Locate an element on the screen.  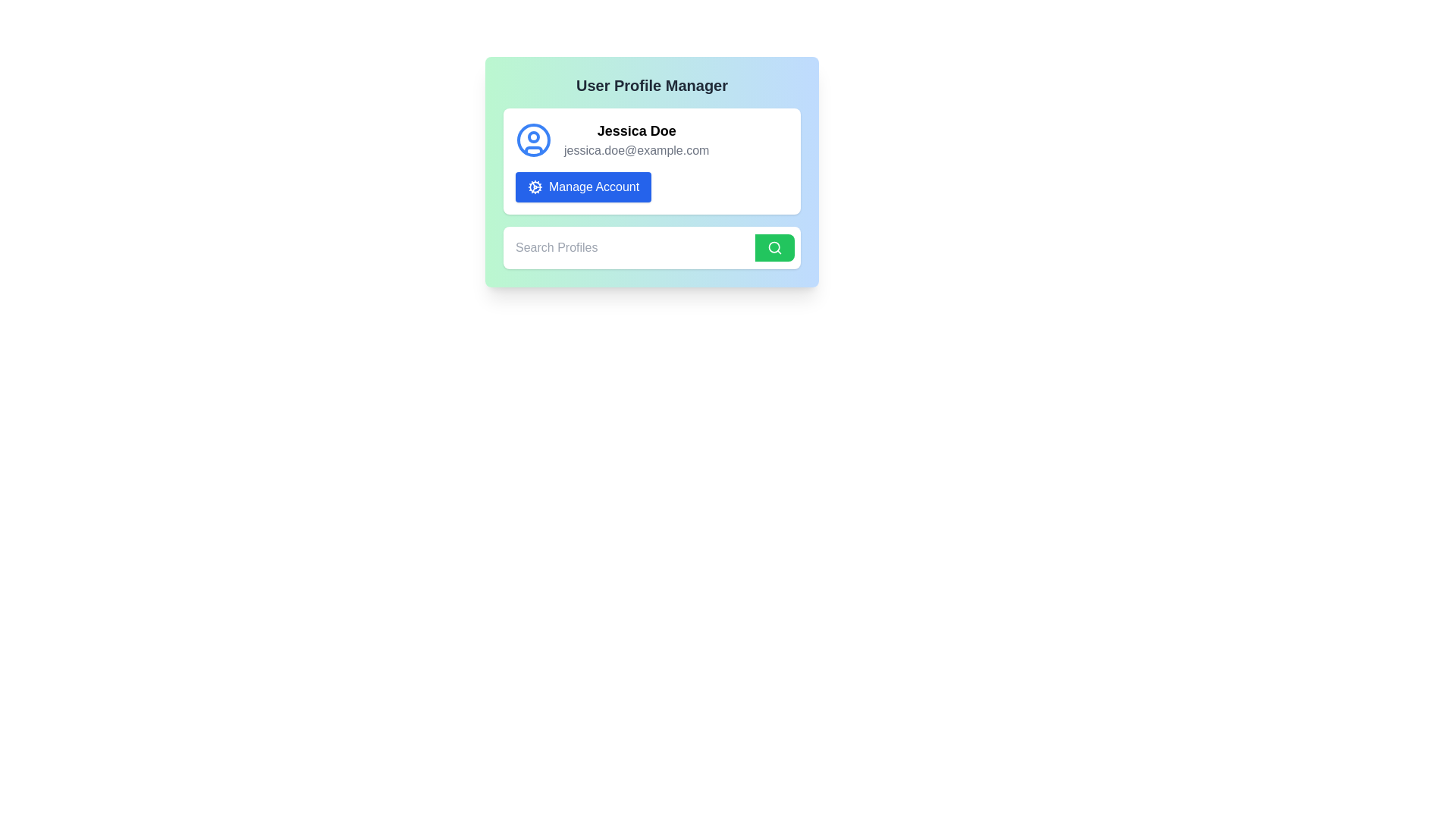
the magnifying glass icon, which is styled with a circular outline and a diagonal handle, positioned within a button to the right of the 'Search Profiles' text input field is located at coordinates (775, 247).